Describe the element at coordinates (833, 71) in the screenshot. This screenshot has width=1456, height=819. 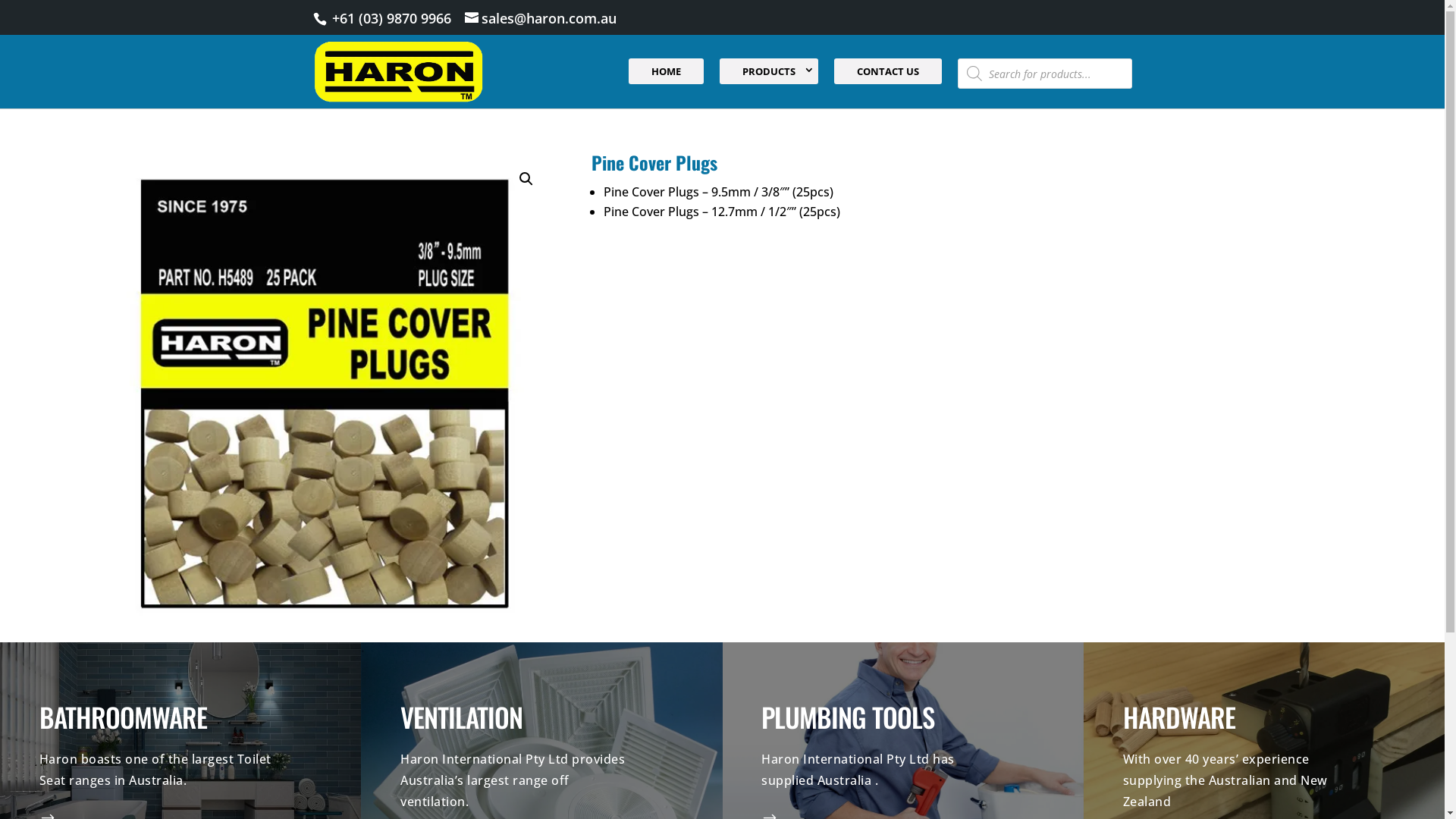
I see `'CONTACT US'` at that location.